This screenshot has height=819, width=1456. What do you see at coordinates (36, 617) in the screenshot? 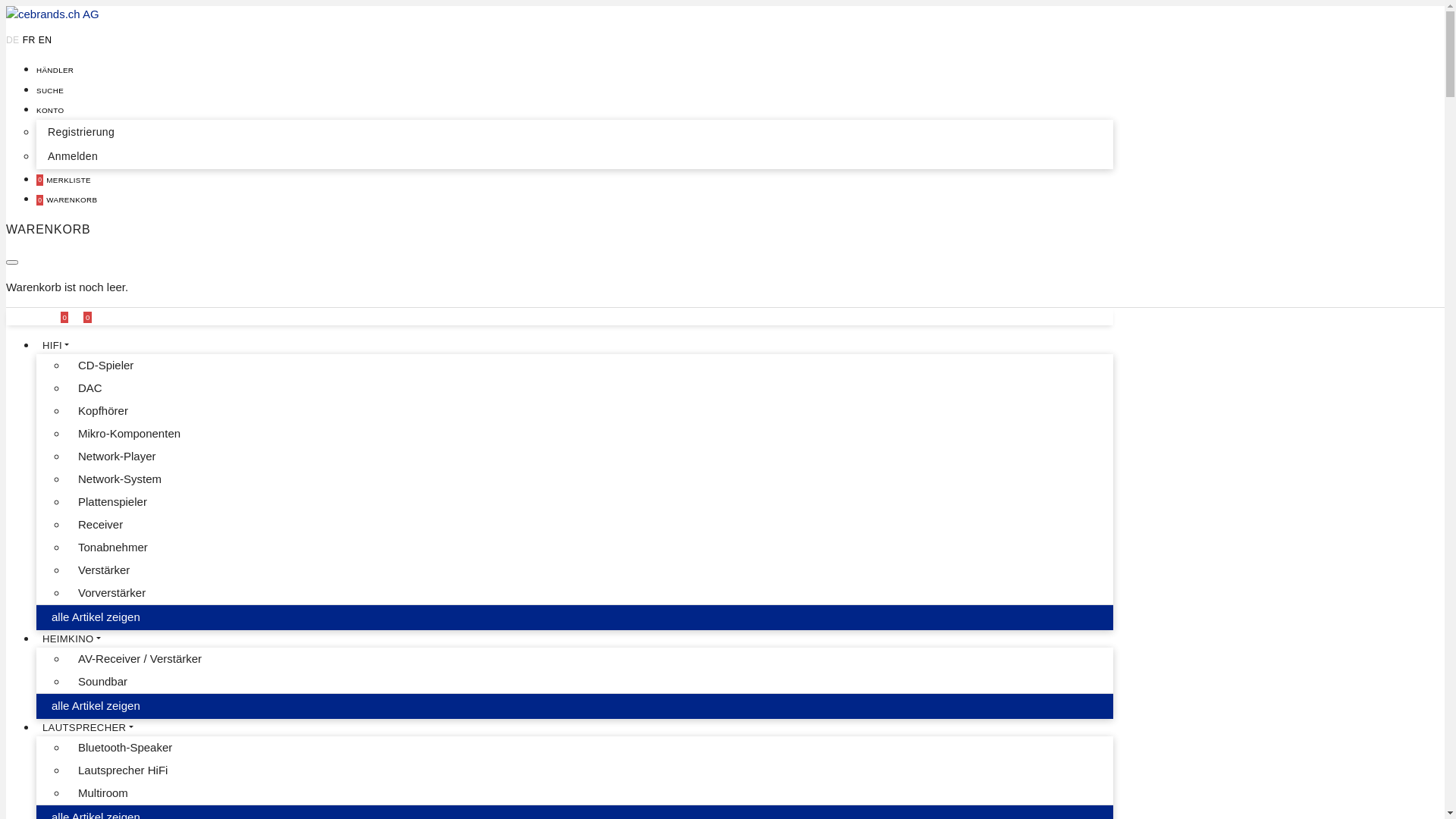
I see `'alle Artikel zeigen'` at bounding box center [36, 617].